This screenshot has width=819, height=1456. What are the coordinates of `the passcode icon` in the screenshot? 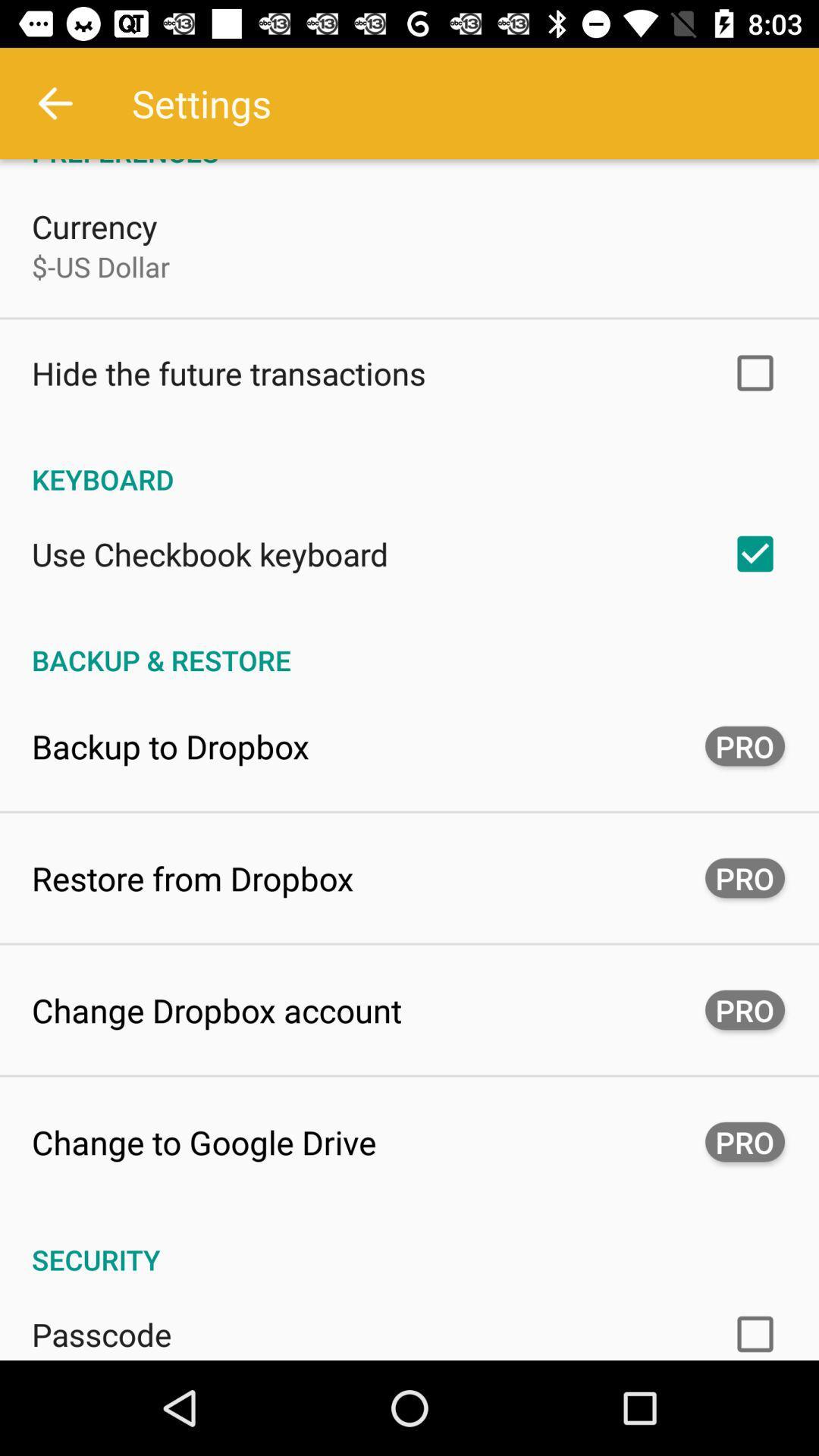 It's located at (102, 1333).